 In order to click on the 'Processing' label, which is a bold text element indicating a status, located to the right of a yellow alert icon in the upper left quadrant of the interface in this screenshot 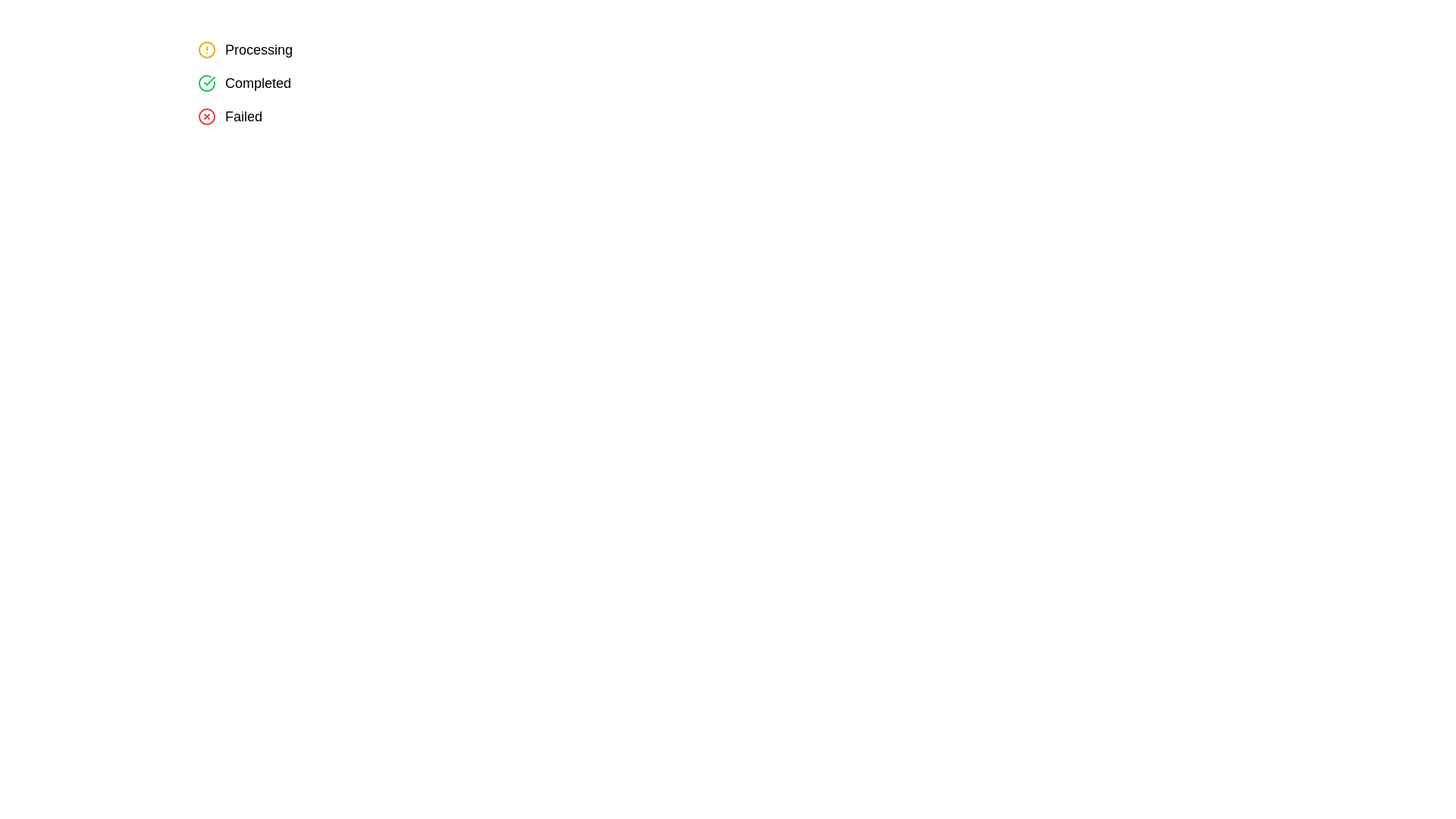, I will do `click(259, 49)`.